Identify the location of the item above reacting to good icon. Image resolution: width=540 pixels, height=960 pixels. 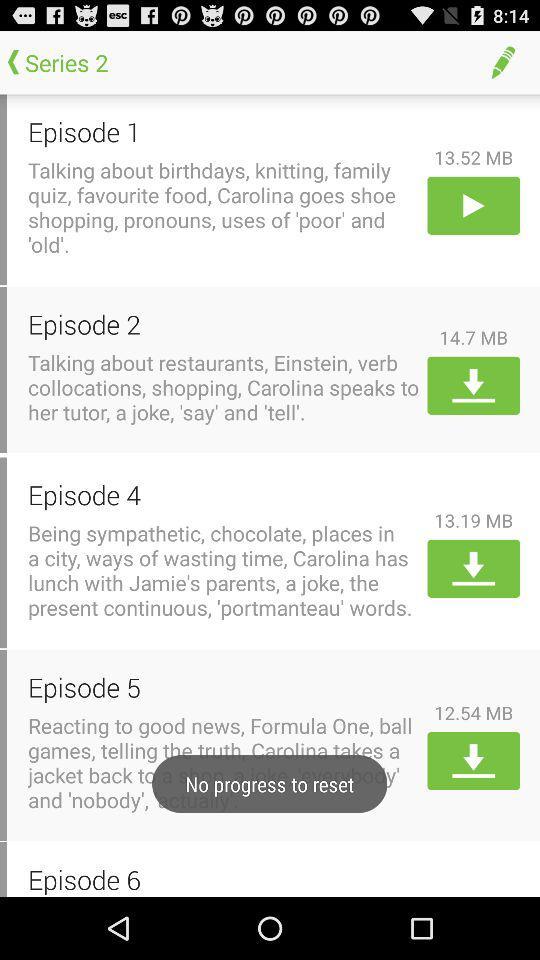
(223, 687).